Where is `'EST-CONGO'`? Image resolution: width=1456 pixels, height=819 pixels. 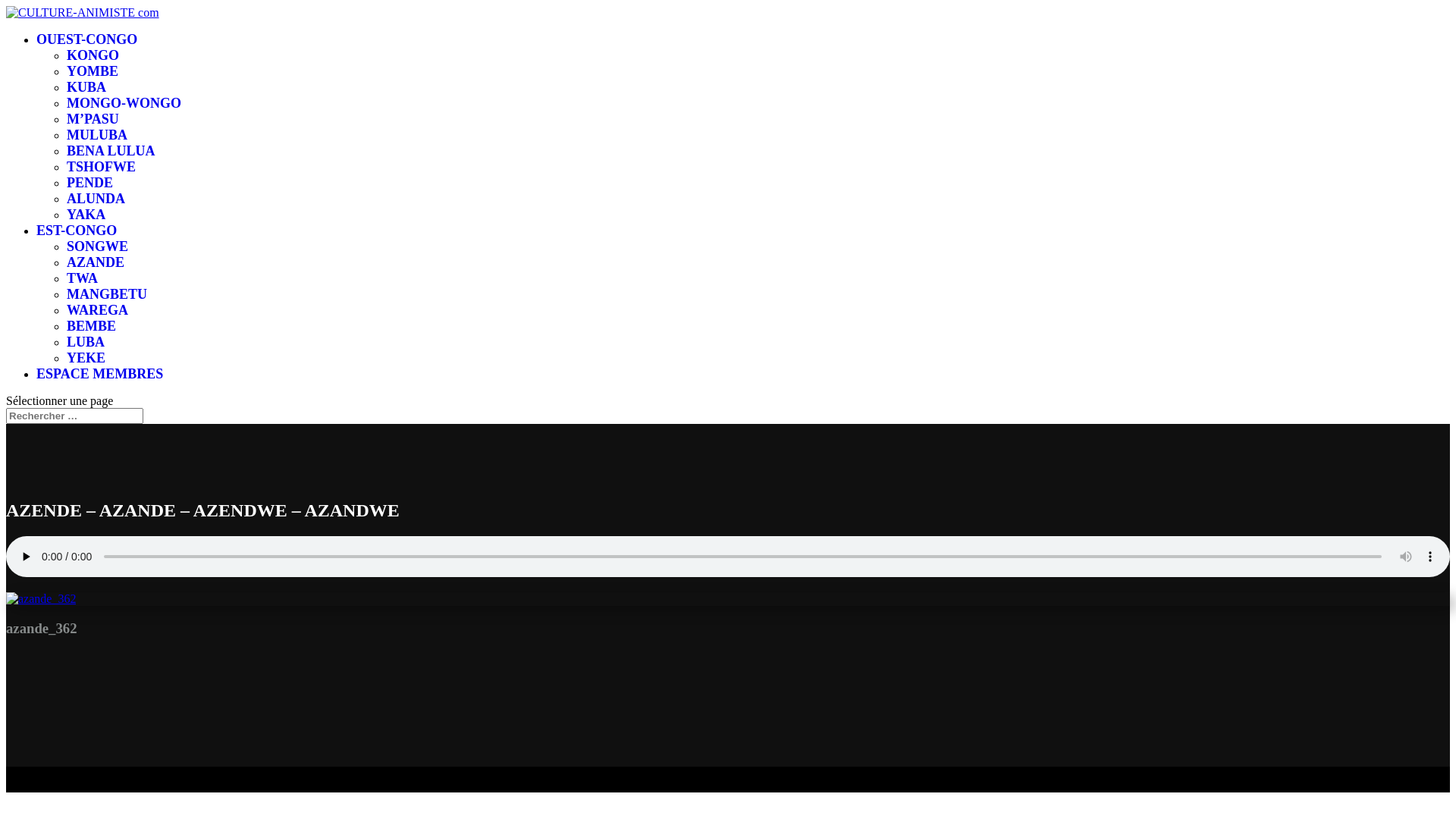
'EST-CONGO' is located at coordinates (75, 231).